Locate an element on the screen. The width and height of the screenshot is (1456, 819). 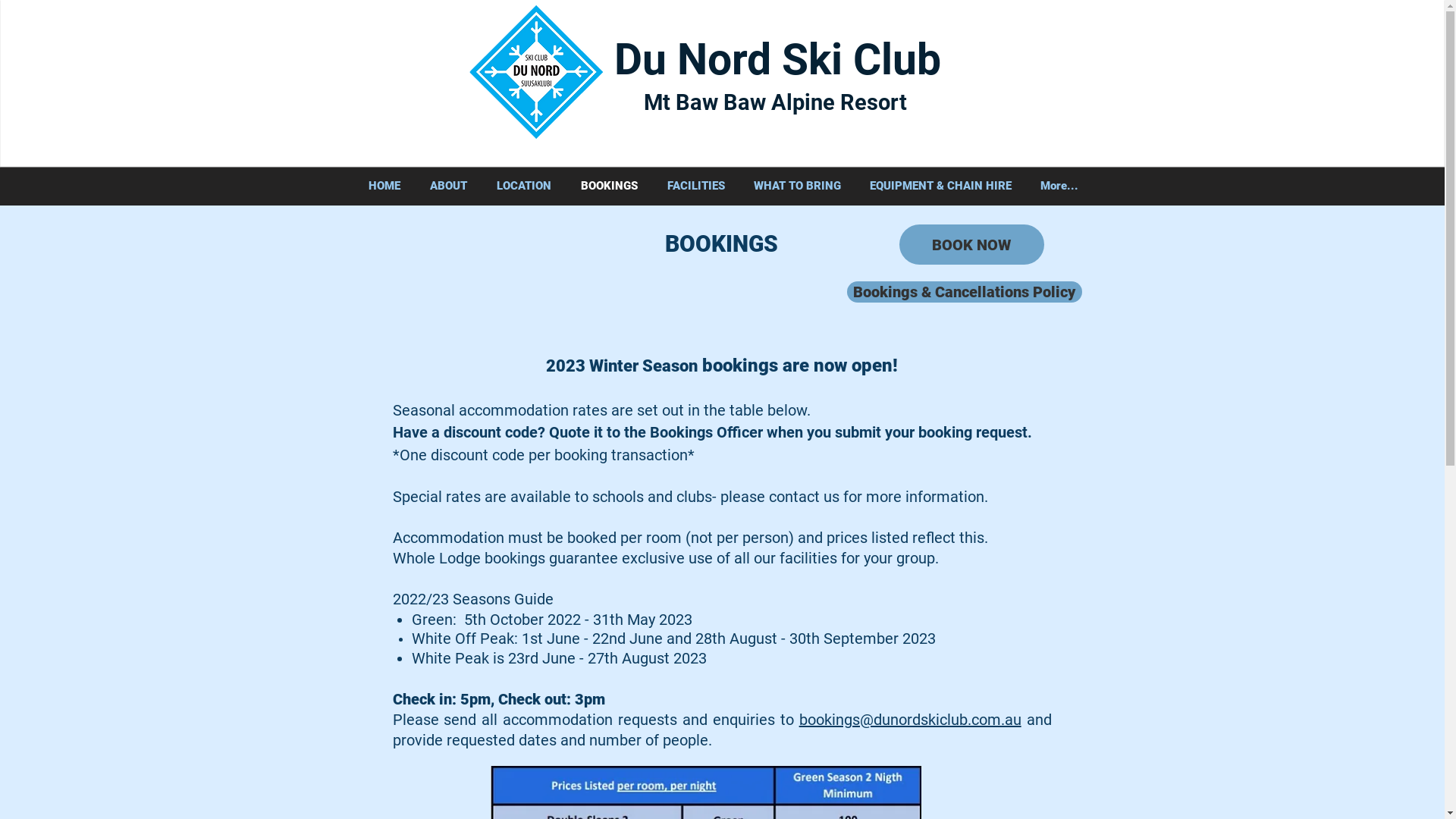
'EQUIPMENT & CHAIN HIRE' is located at coordinates (940, 185).